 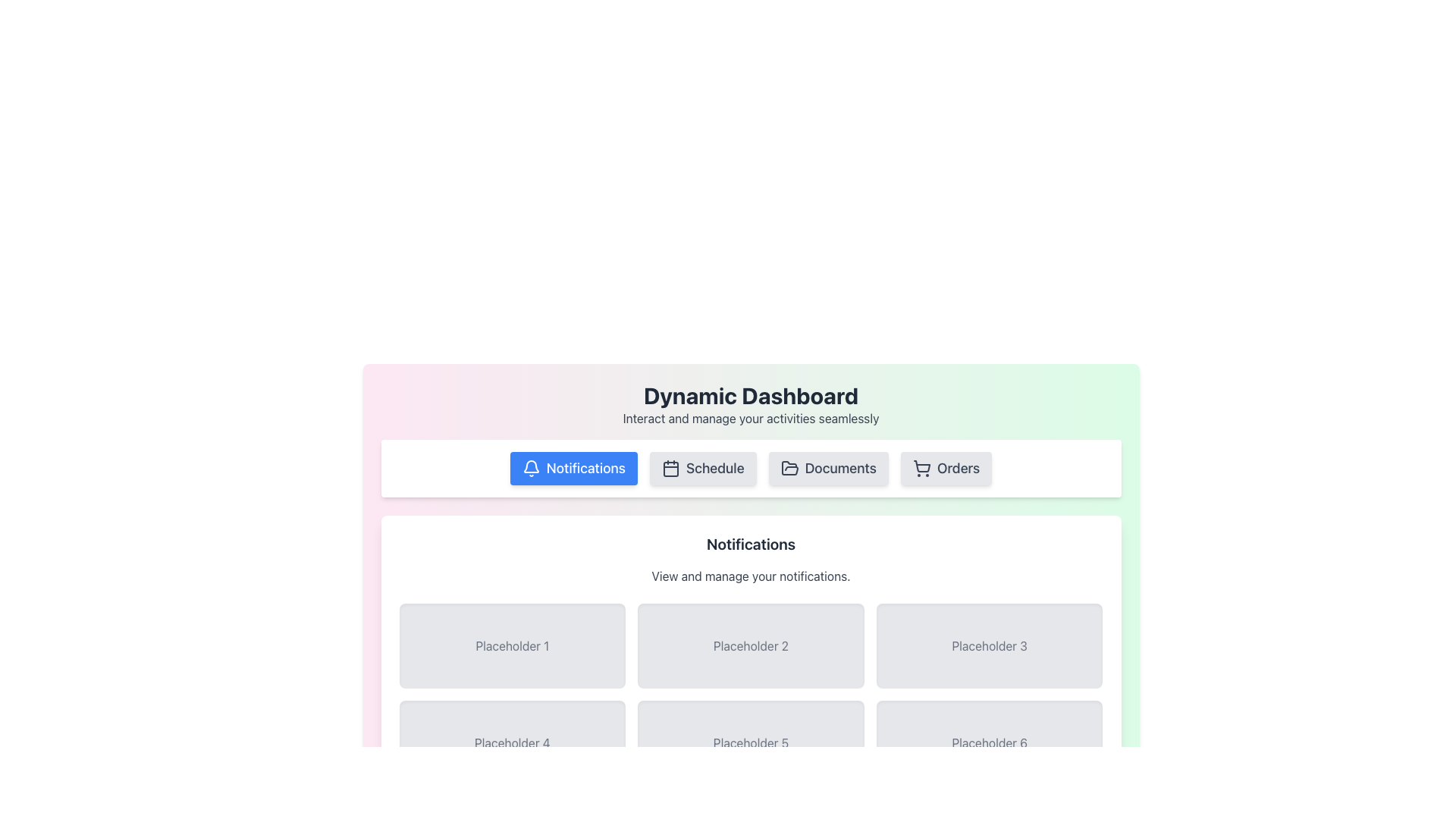 I want to click on the third button from the left, which navigates to the 'Documents' section, to observe a style change, so click(x=827, y=467).